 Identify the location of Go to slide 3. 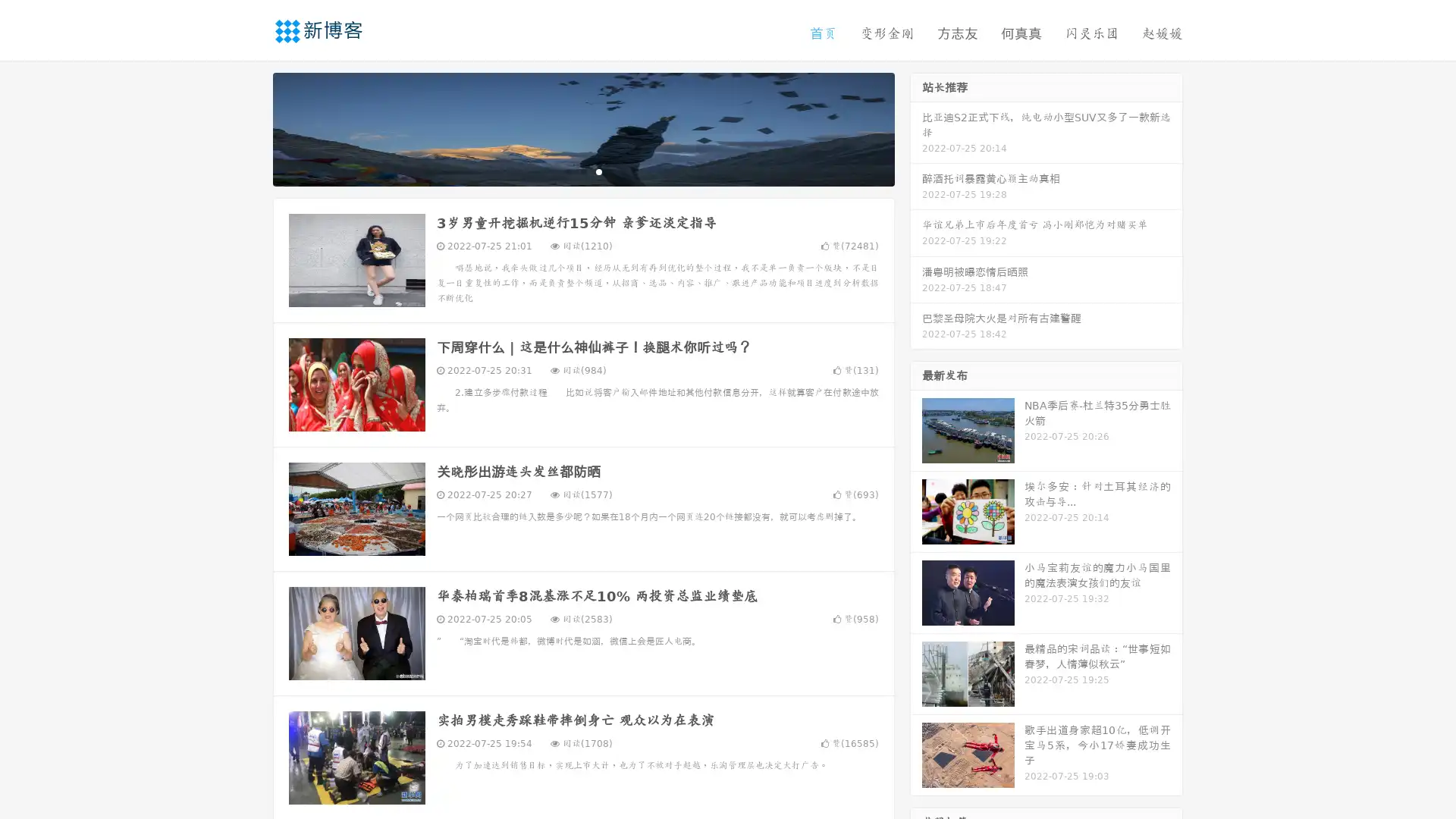
(598, 171).